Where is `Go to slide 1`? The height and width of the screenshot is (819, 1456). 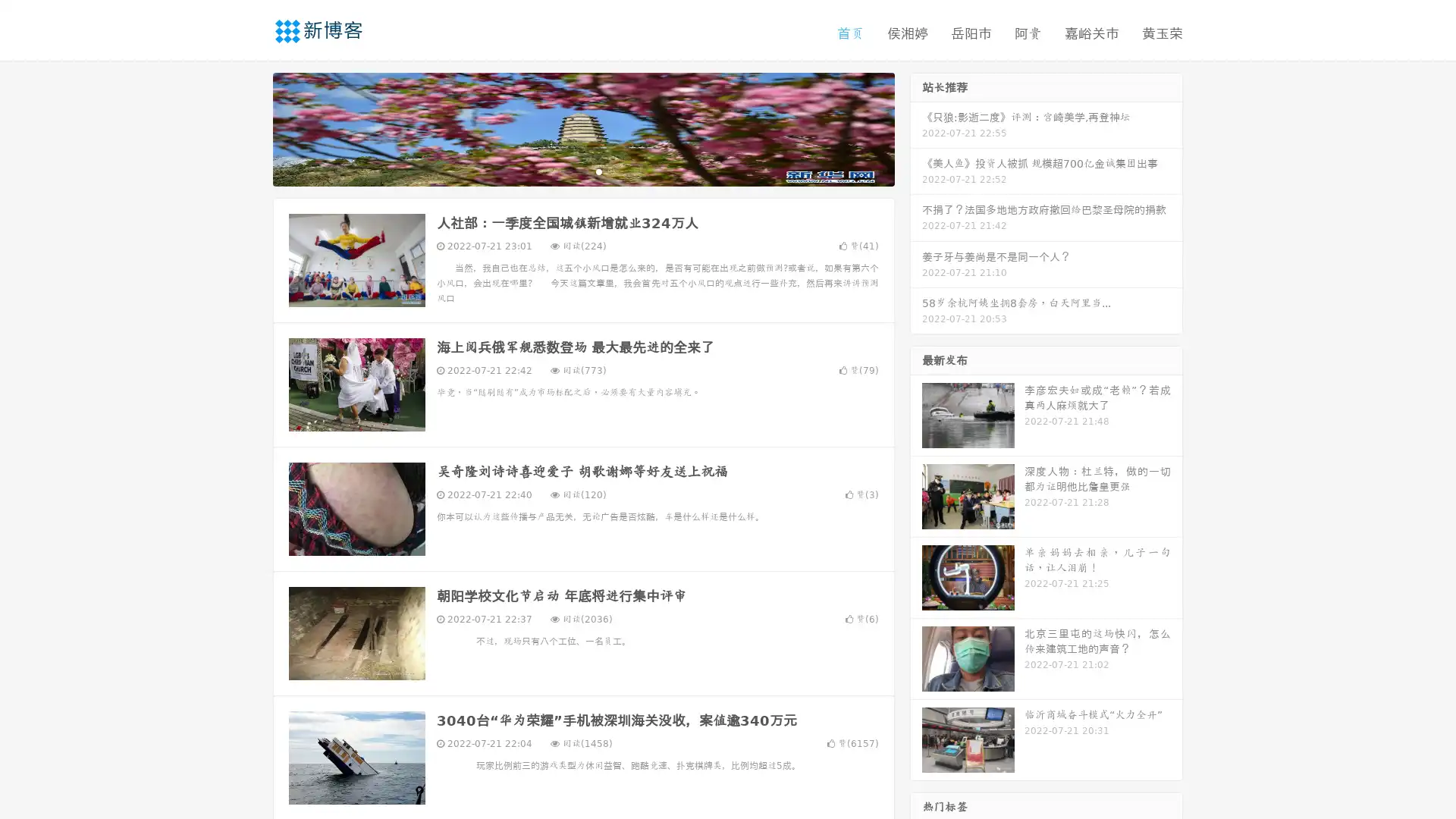
Go to slide 1 is located at coordinates (567, 171).